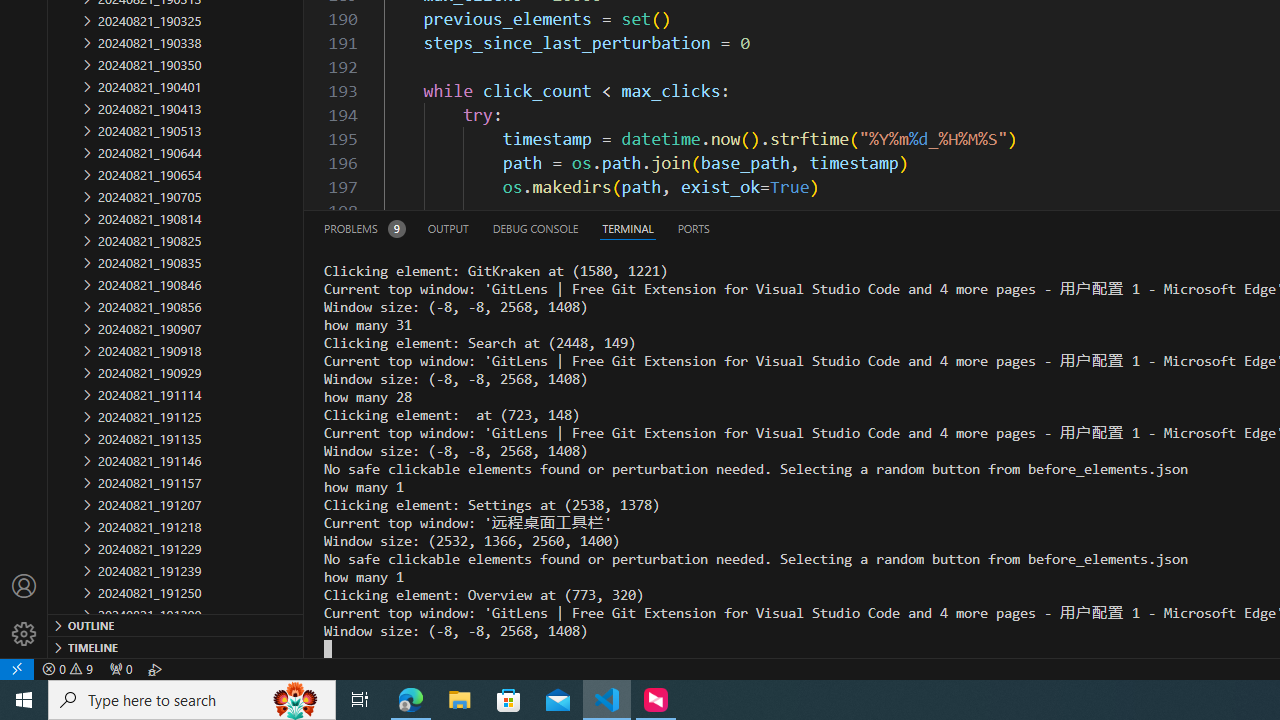 This screenshot has width=1280, height=720. Describe the element at coordinates (693, 227) in the screenshot. I see `'Ports'` at that location.